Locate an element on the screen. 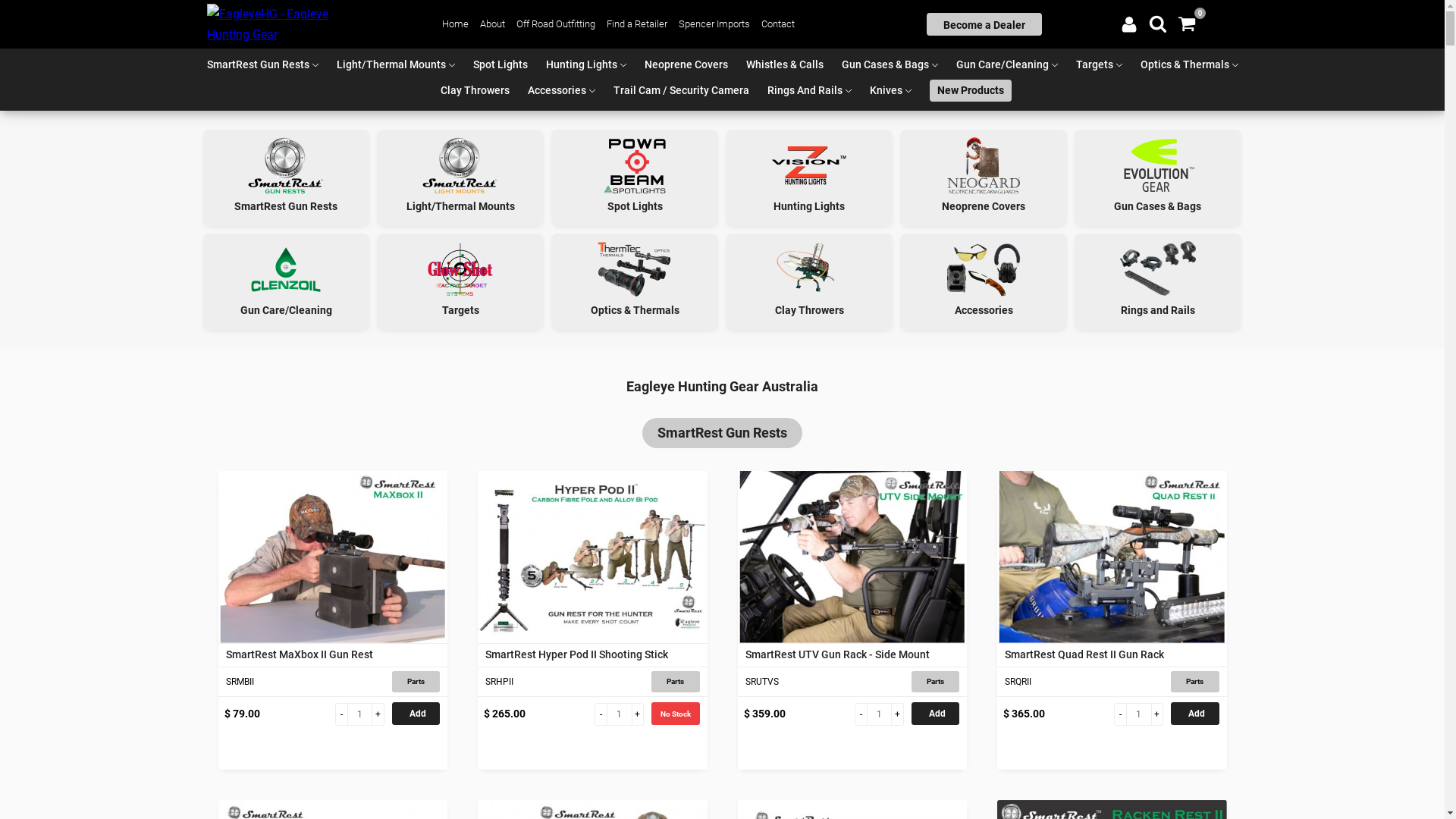  'SmartRest Quad Rest II Gun Rack' is located at coordinates (1112, 654).